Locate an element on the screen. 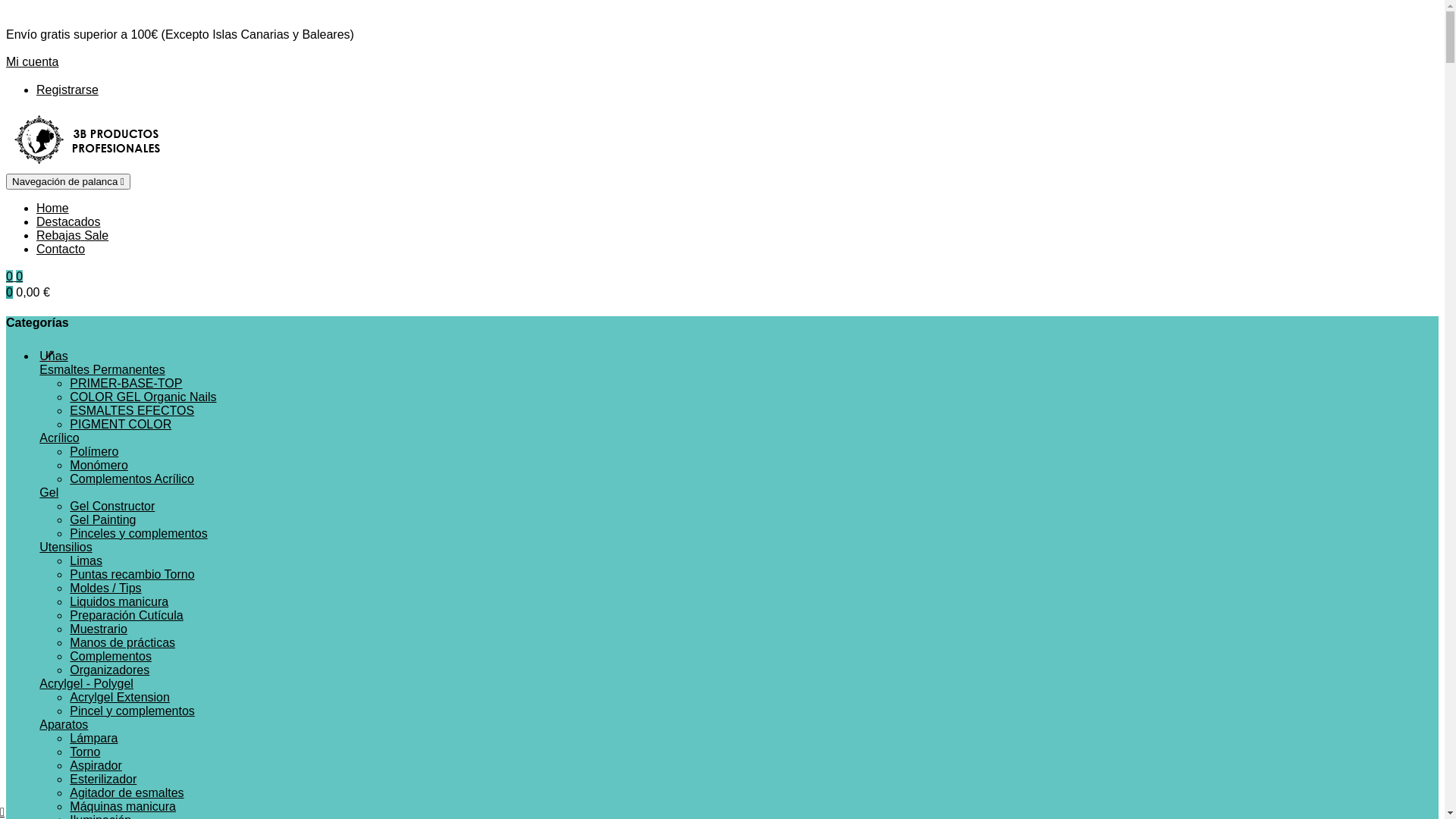 The width and height of the screenshot is (1456, 819). '0' is located at coordinates (6, 276).